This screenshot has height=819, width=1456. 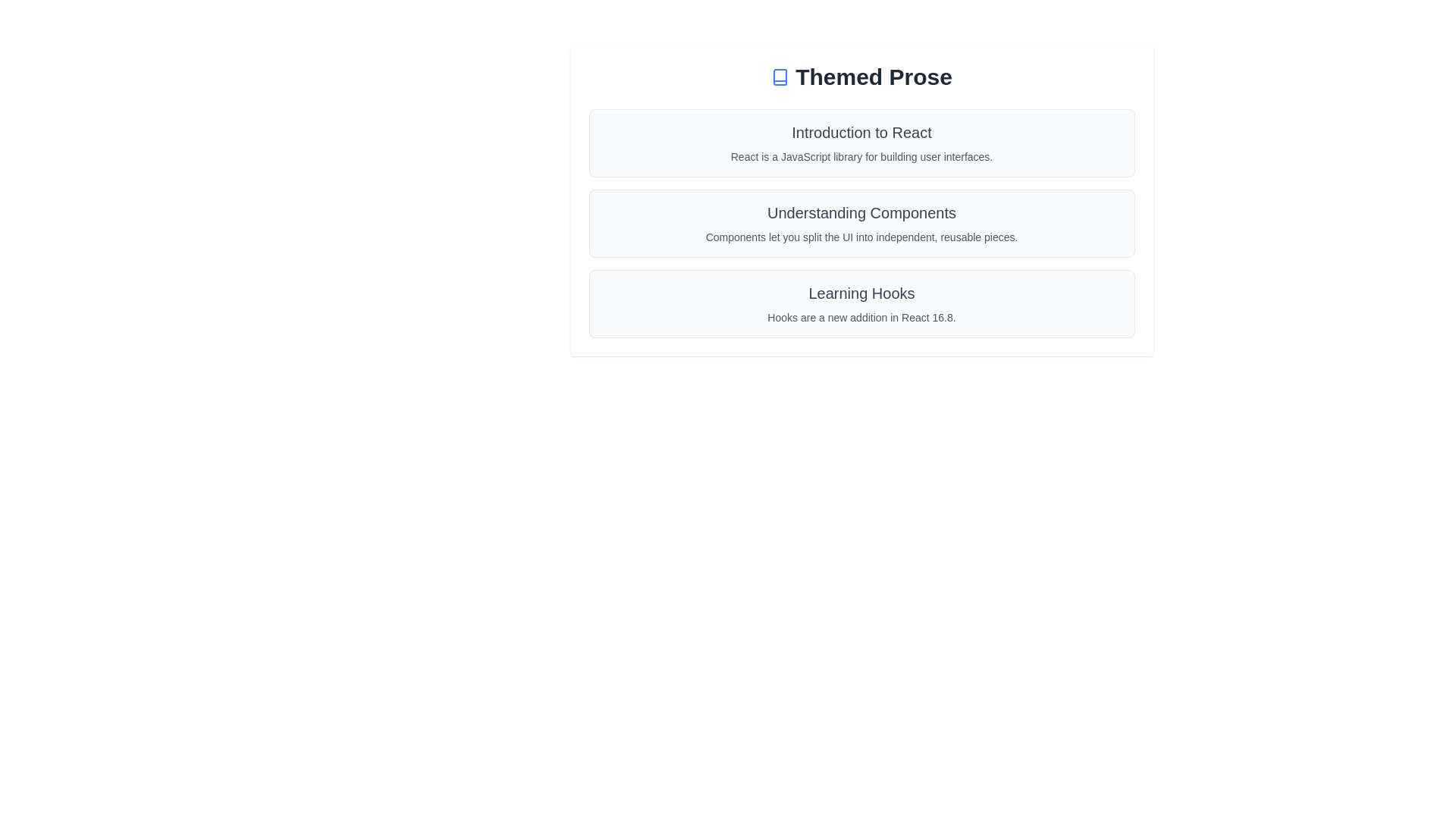 I want to click on text of the heading positioned at the top of the content block, which serves as the title for the subsequent sections, so click(x=861, y=77).